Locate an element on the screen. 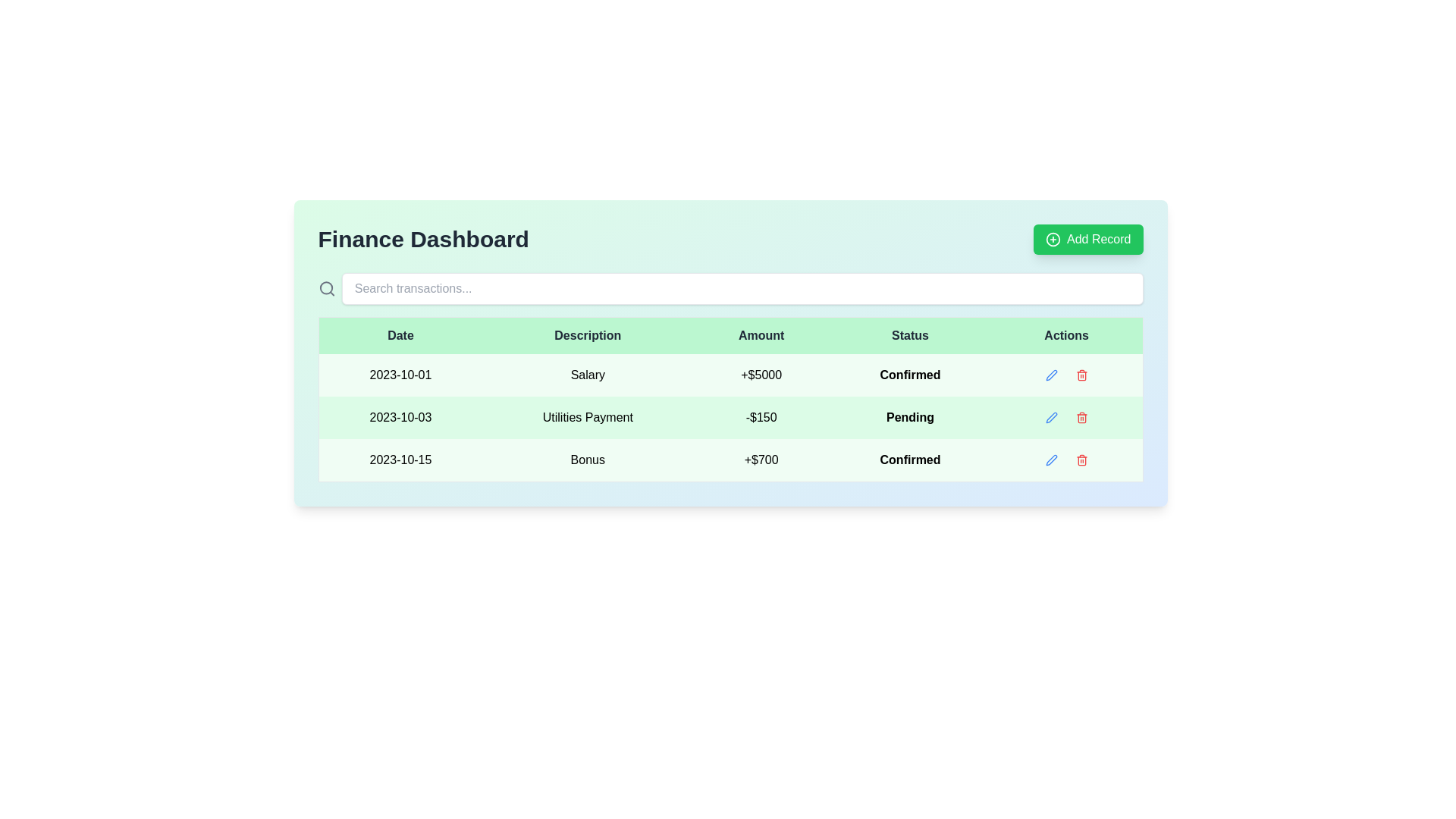  the magnifying glass icon, which is styled minimally with a circular handle, located to the left of the 'Search transactions...' input box is located at coordinates (326, 289).